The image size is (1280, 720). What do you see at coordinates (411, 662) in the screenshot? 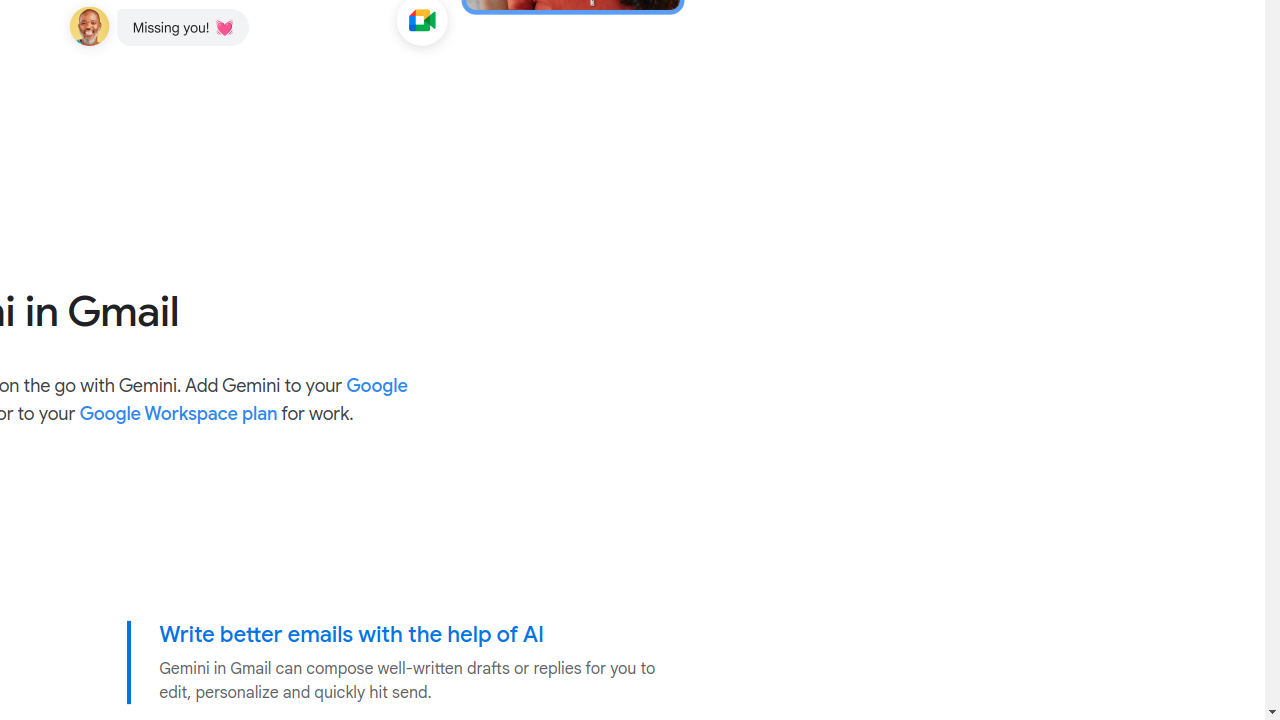
I see `'Write better emails with the help of AI Gemini in Gmail can compose well-written drafts or replies for you to edit, personalize and quickly hit send.'` at bounding box center [411, 662].